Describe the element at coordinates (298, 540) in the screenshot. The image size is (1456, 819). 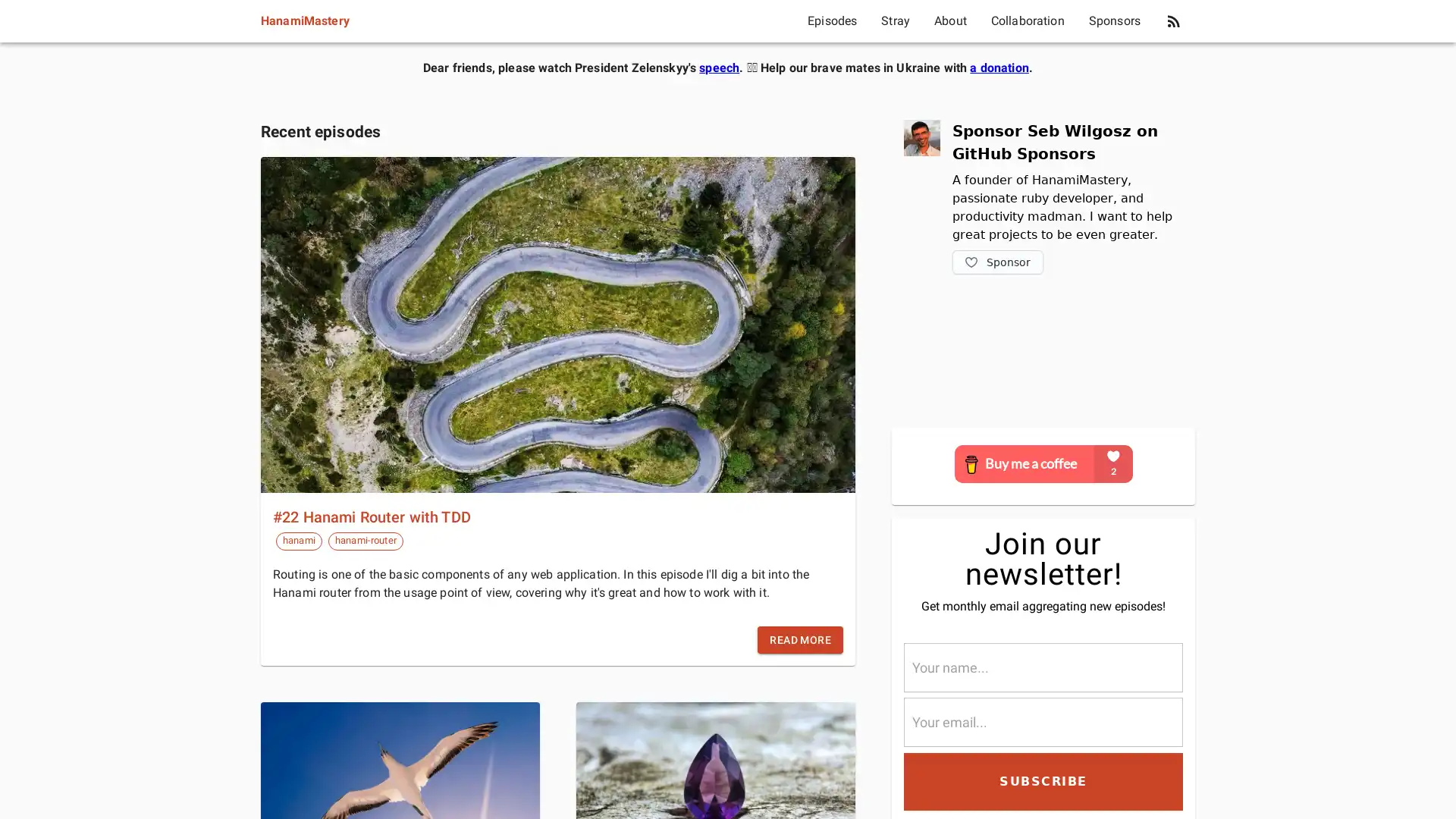
I see `hanami` at that location.